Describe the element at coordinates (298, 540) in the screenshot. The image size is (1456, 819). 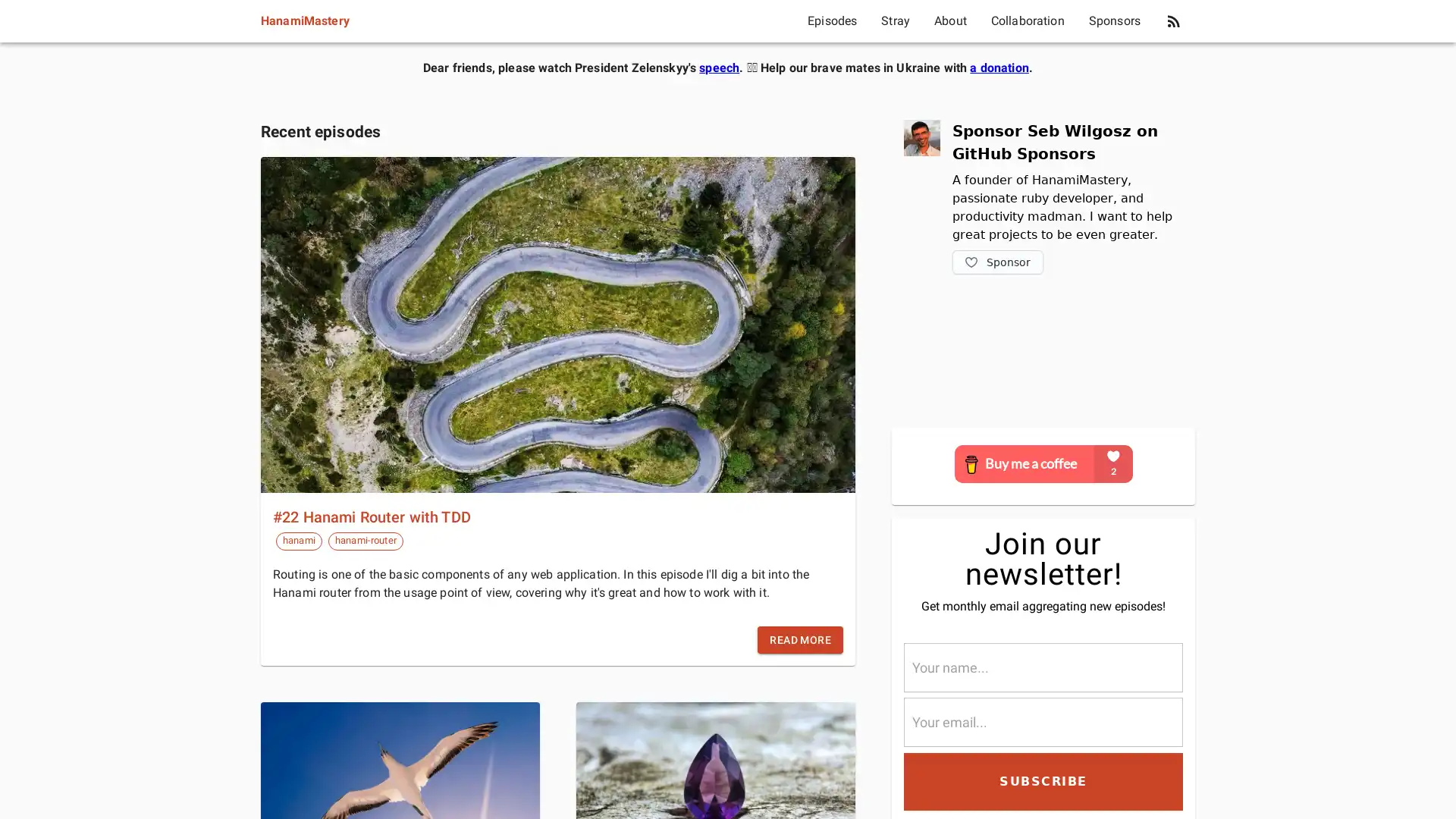
I see `hanami` at that location.